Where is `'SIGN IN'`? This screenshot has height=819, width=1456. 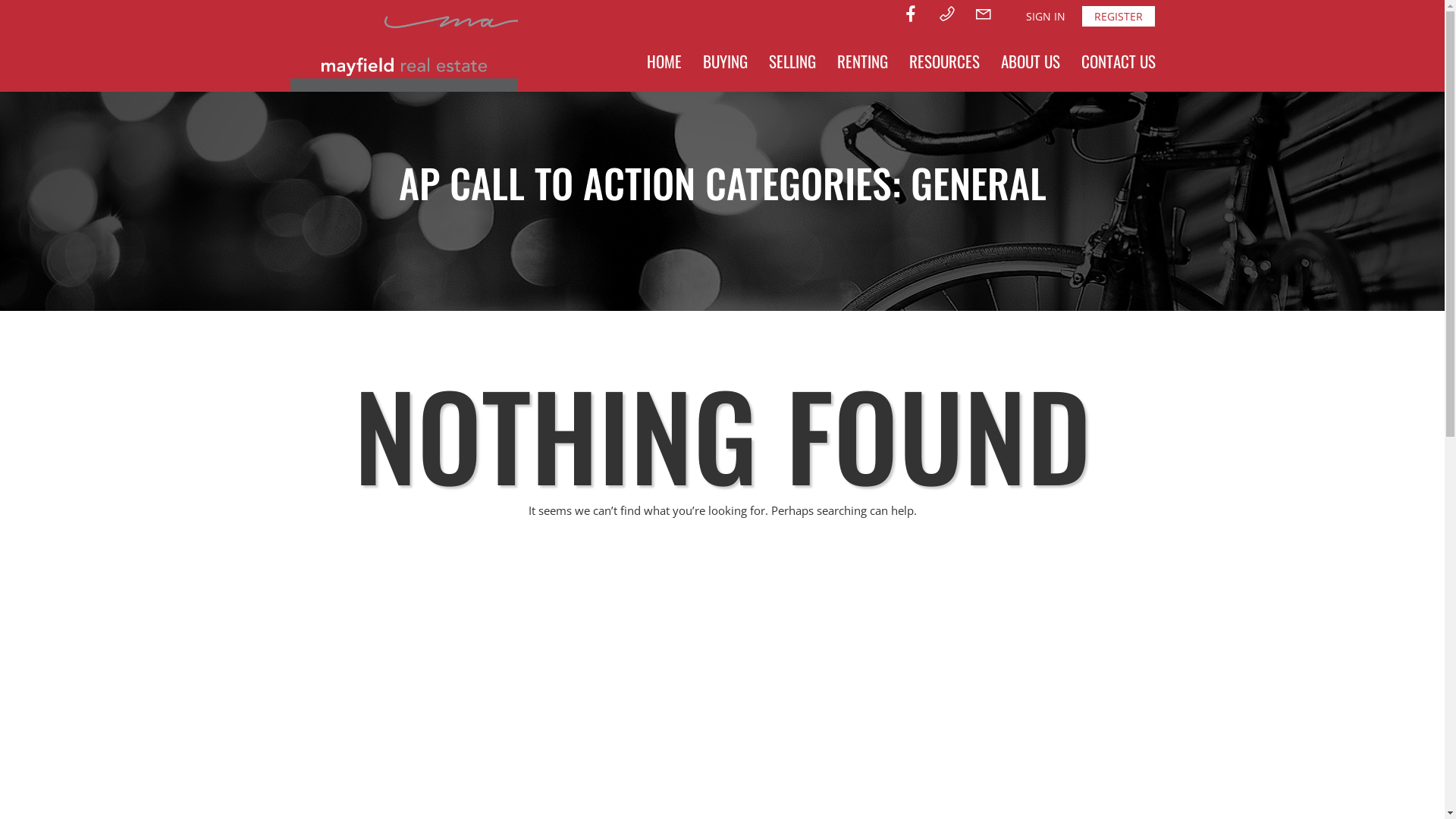
'SIGN IN' is located at coordinates (1043, 16).